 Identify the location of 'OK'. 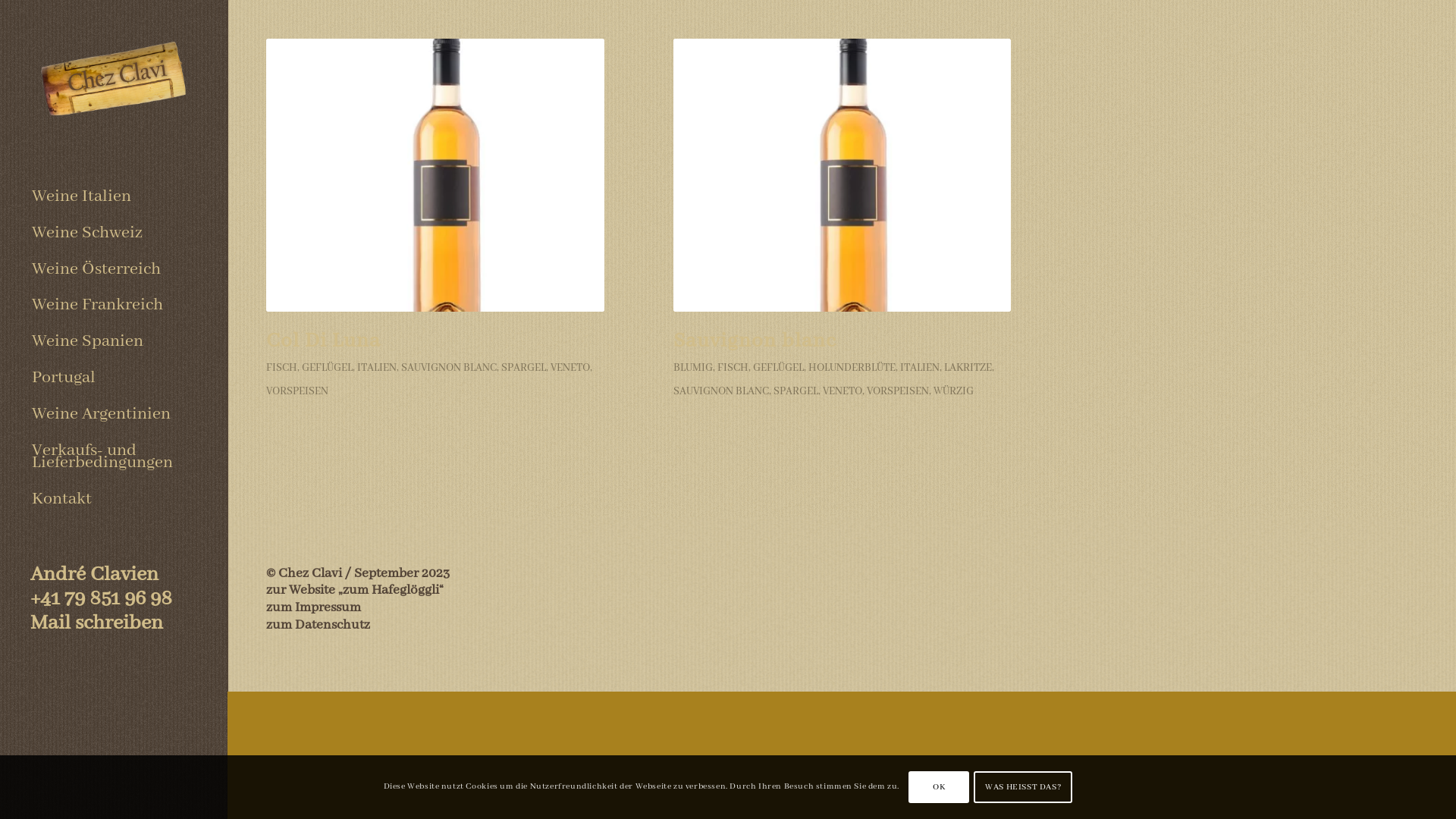
(938, 786).